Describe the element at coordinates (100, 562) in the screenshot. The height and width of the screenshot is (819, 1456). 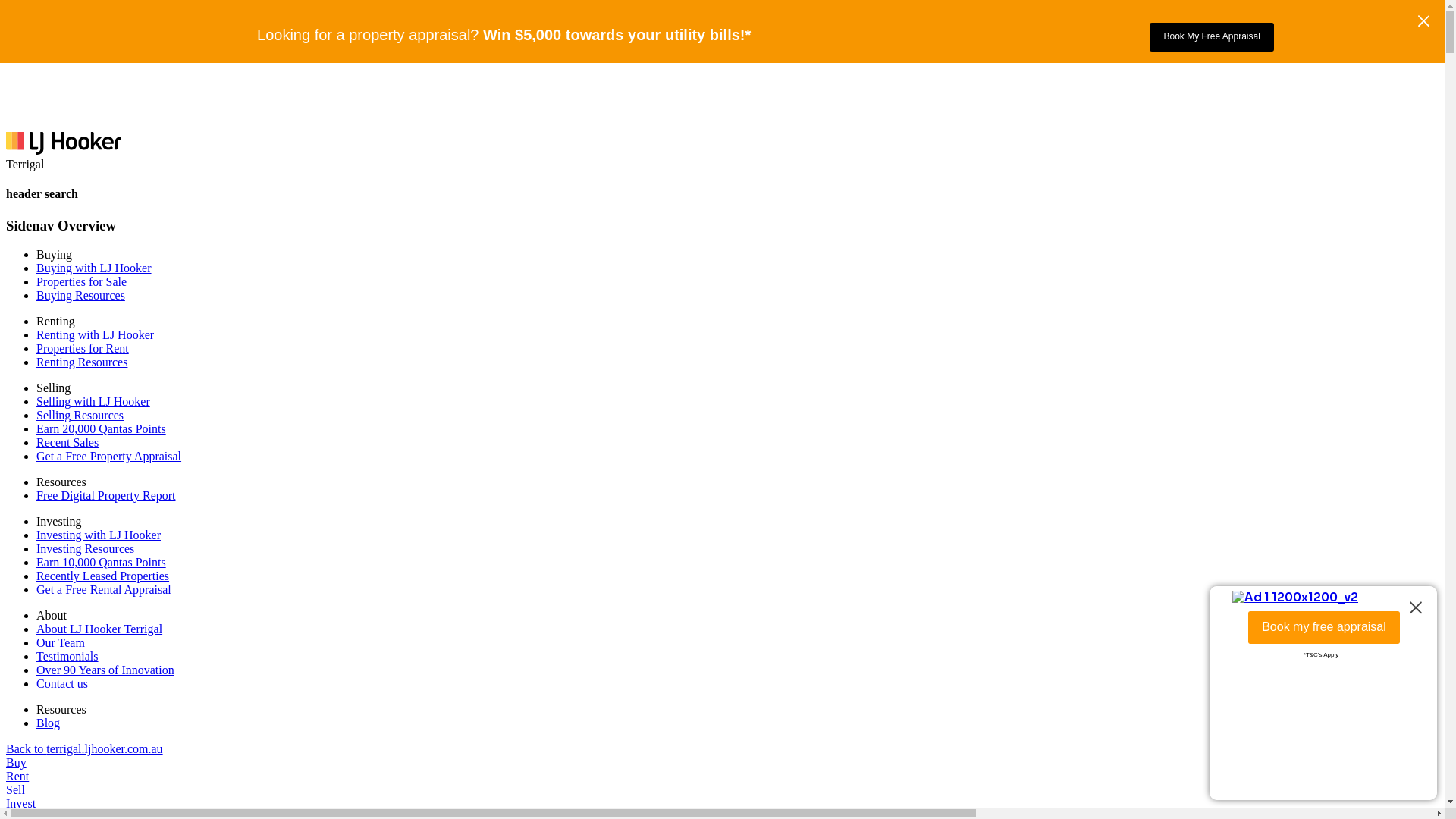
I see `'Earn 10,000 Qantas Points'` at that location.